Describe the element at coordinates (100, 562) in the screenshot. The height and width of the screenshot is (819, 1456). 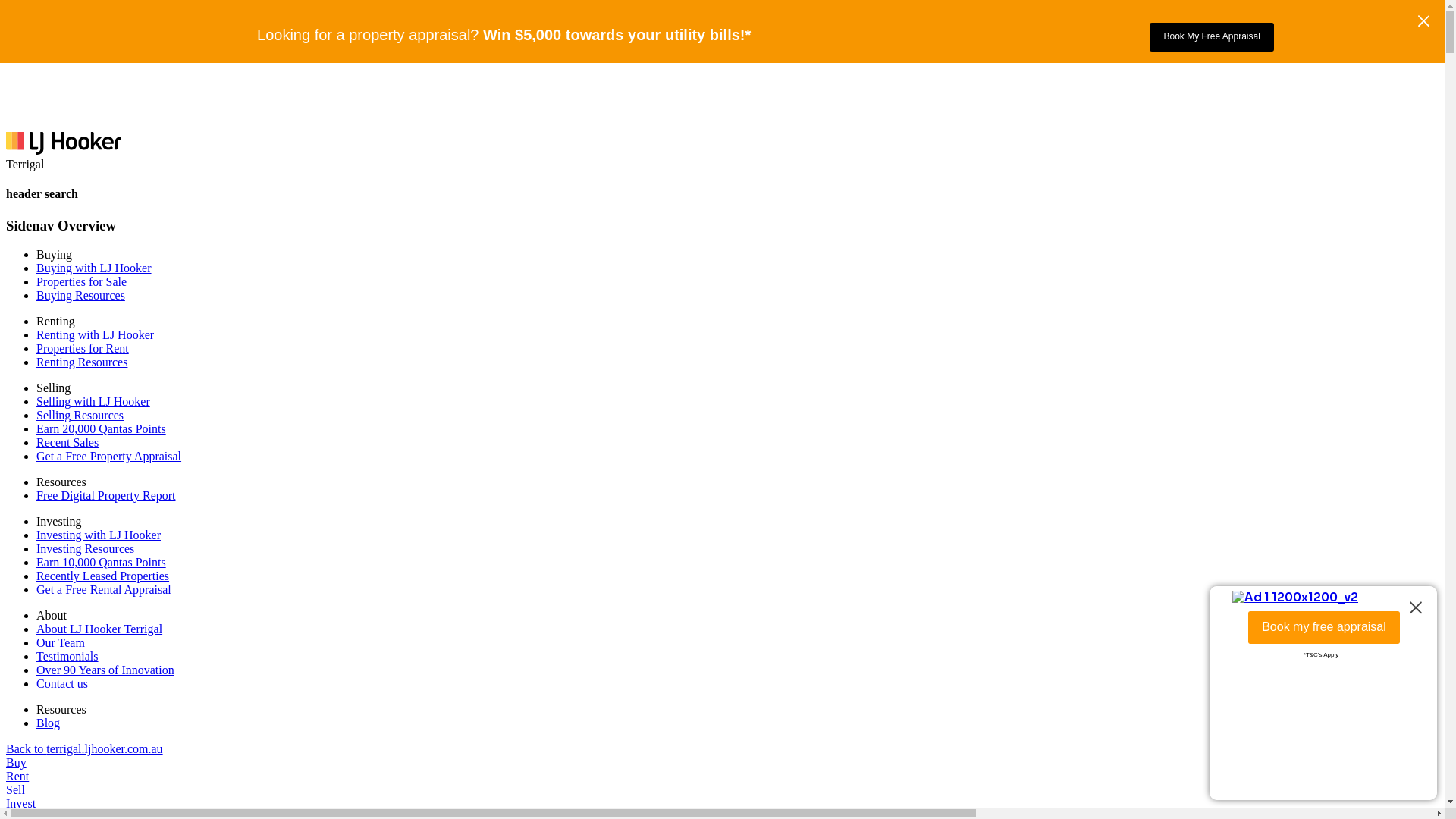
I see `'Earn 10,000 Qantas Points'` at that location.